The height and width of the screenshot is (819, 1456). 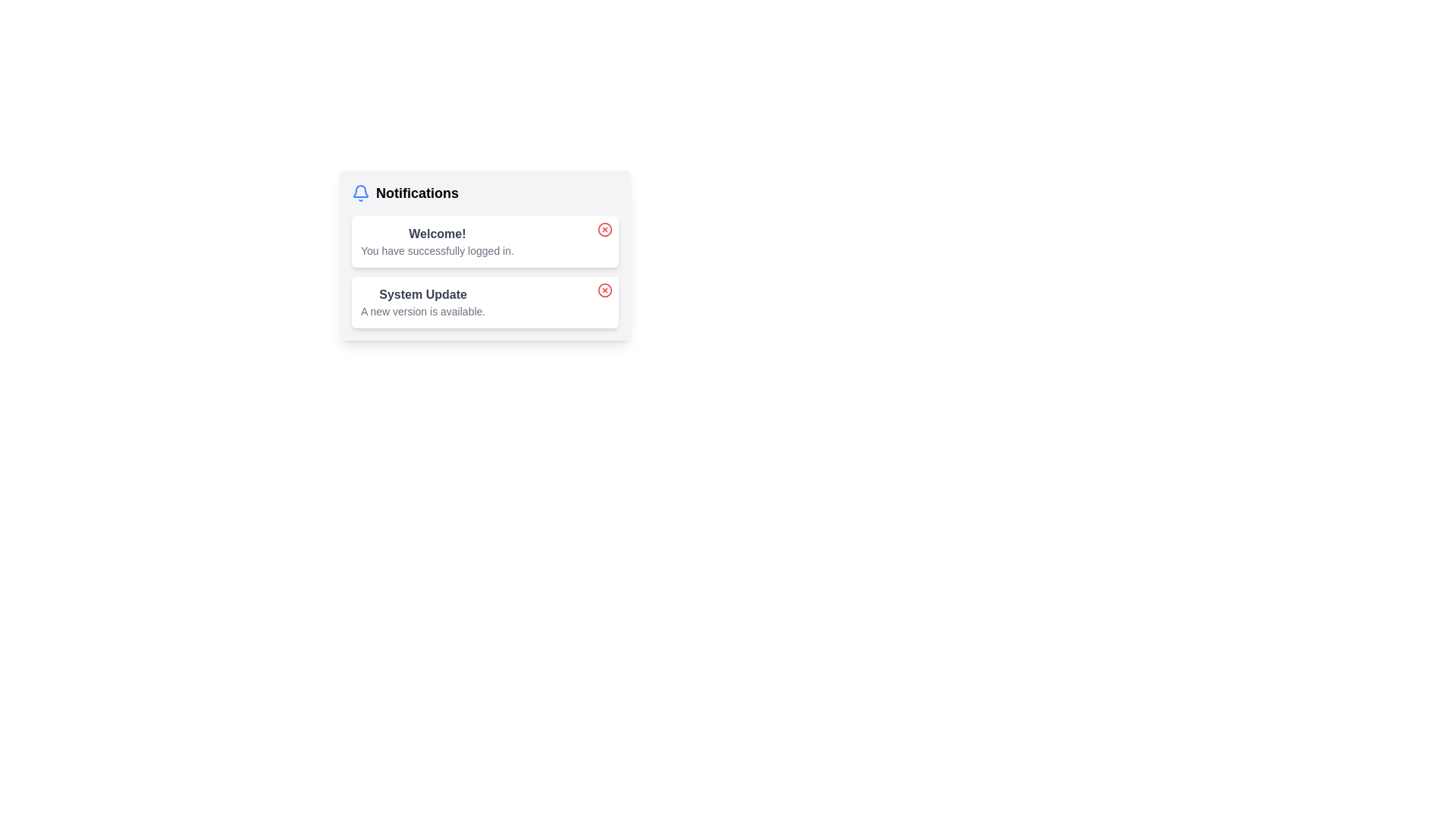 I want to click on the blue bell icon representing notifications, which is located to the left of the text 'Notifications', so click(x=359, y=192).